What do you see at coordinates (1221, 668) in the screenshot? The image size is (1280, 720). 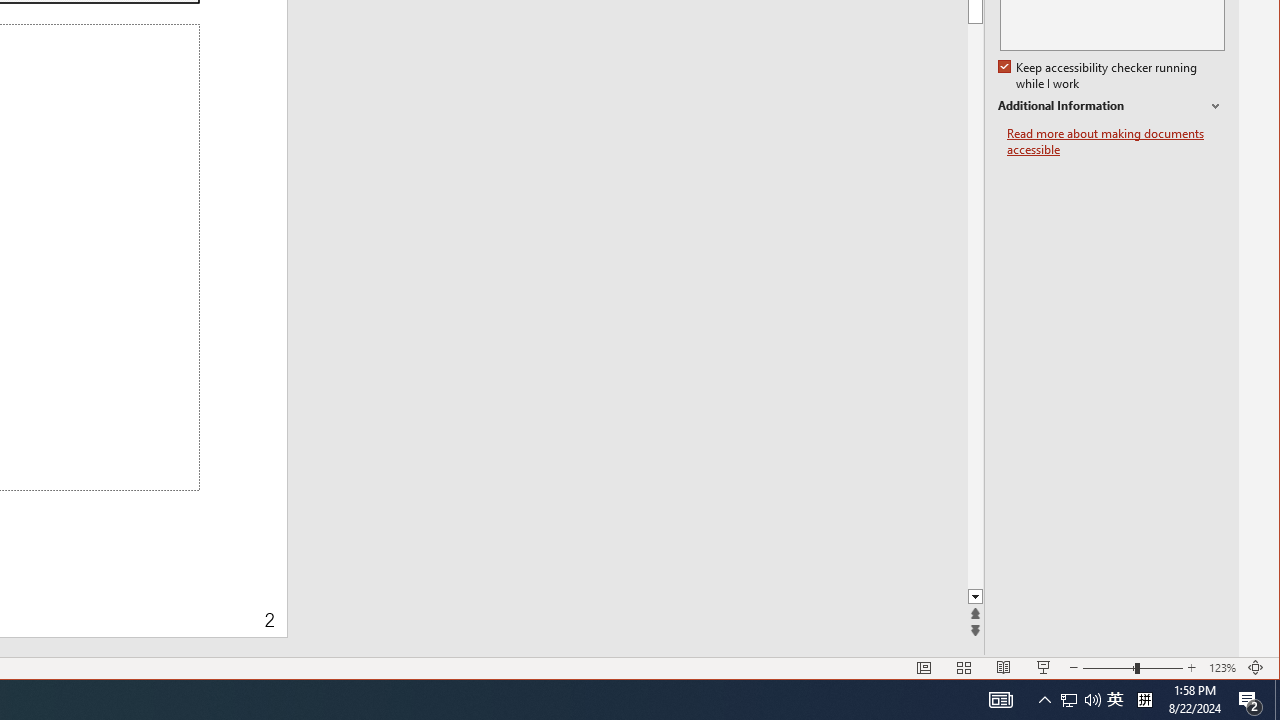 I see `'Zoom 123%'` at bounding box center [1221, 668].